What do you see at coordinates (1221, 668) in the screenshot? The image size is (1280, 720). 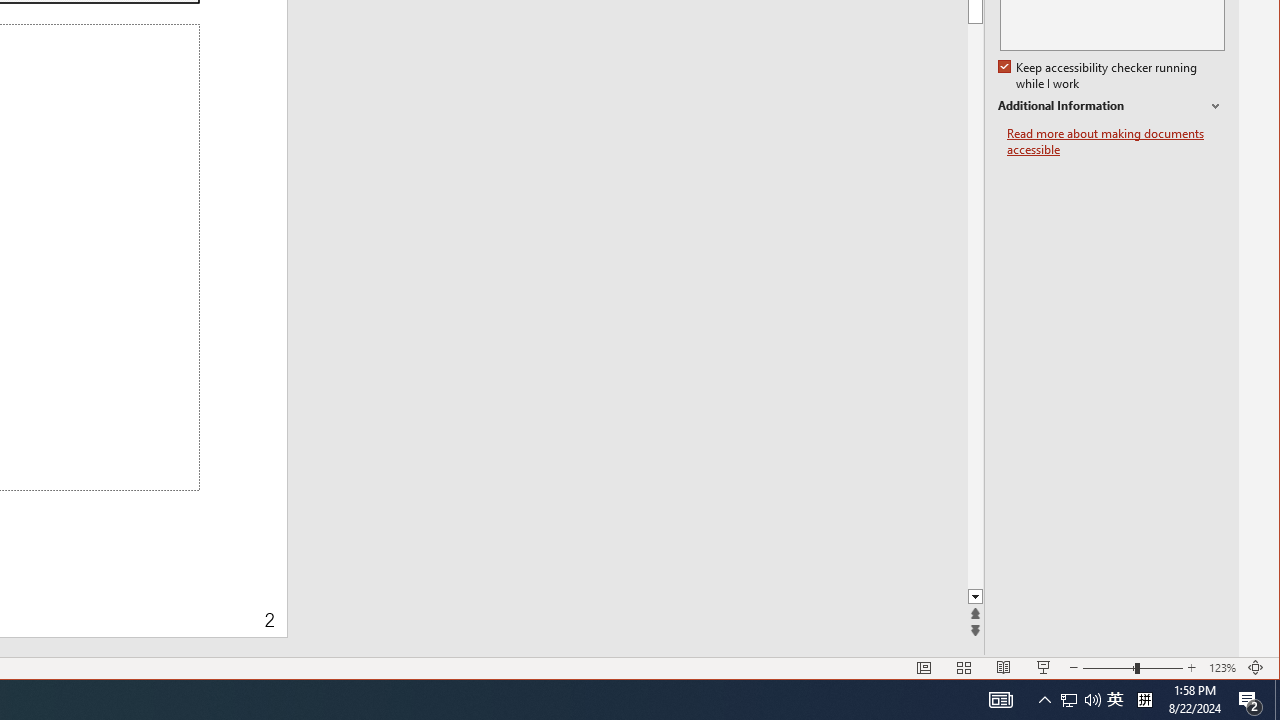 I see `'Zoom 123%'` at bounding box center [1221, 668].